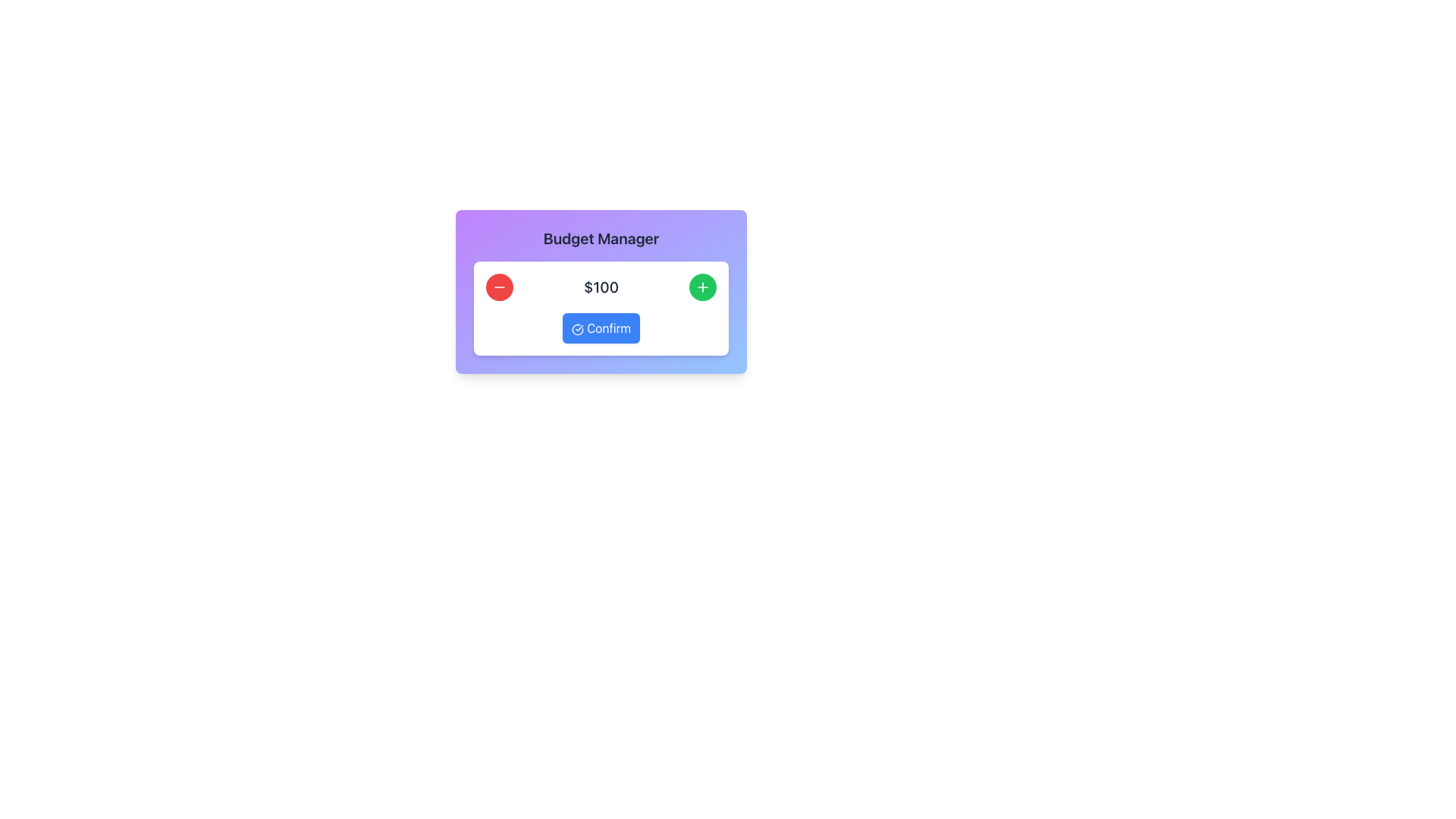  What do you see at coordinates (701, 287) in the screenshot?
I see `the circular green button with a white plus symbol, which is positioned to the right of the '$100' text` at bounding box center [701, 287].